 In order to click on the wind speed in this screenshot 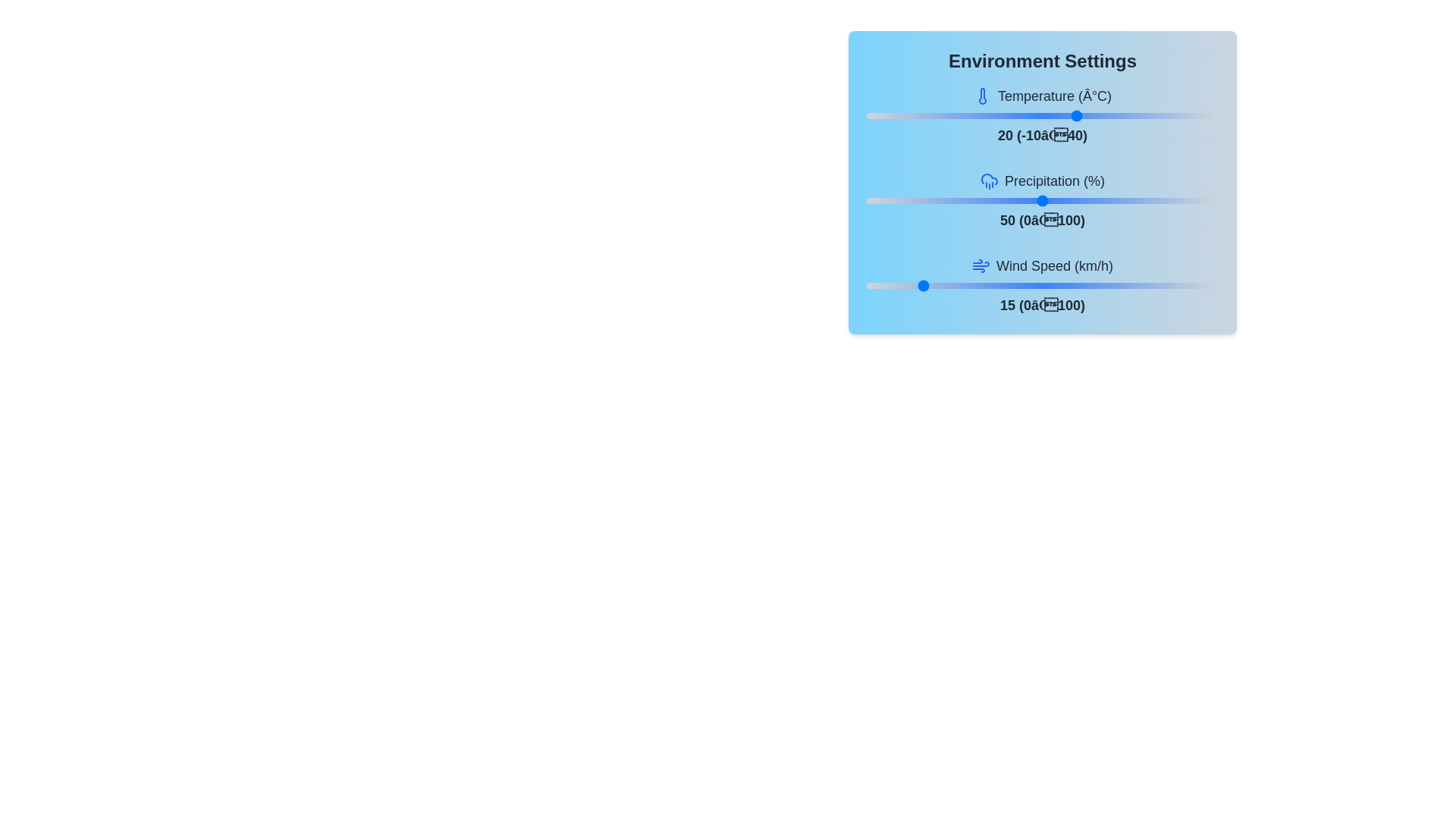, I will do `click(1127, 286)`.